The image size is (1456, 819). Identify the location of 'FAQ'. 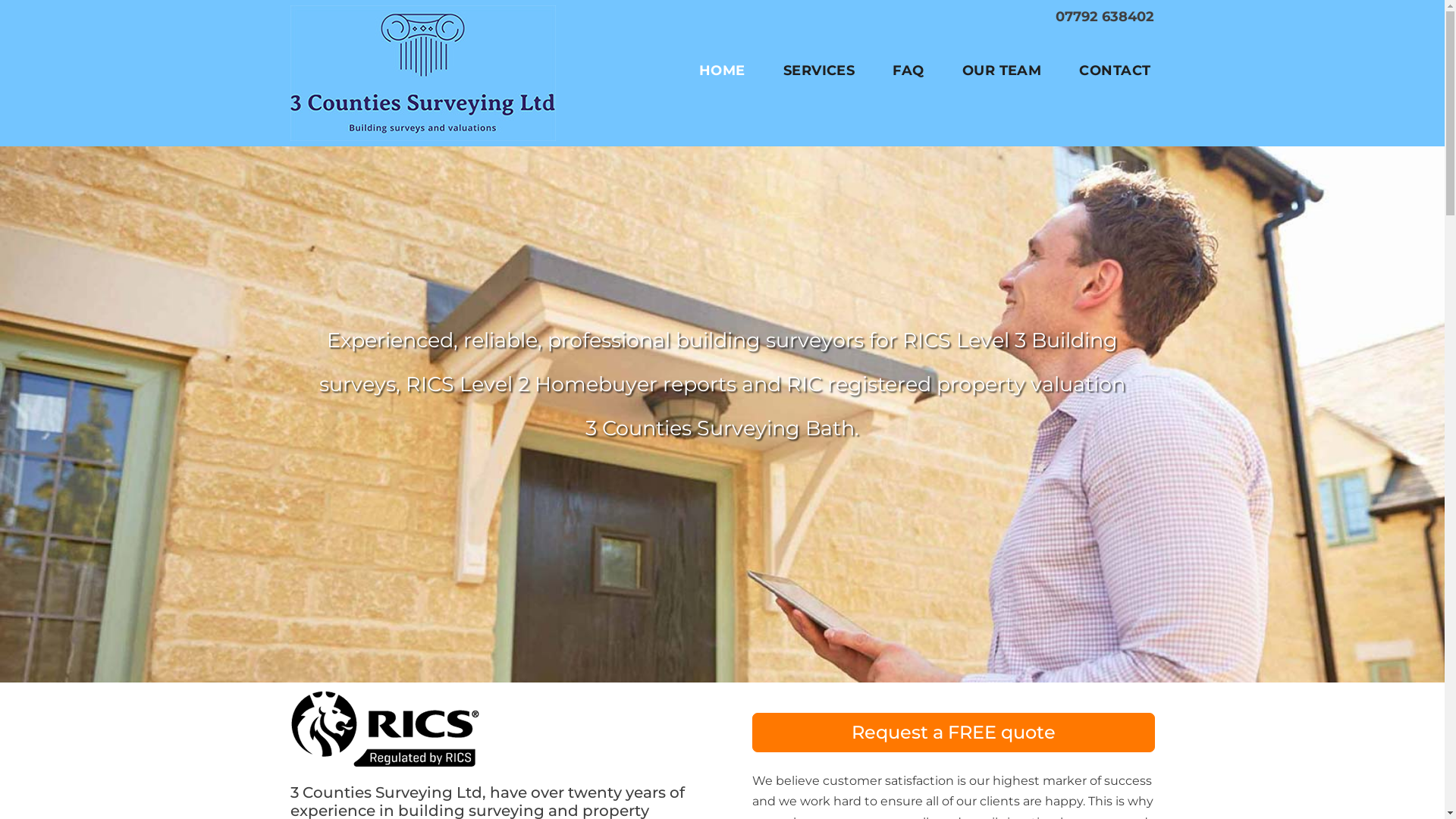
(908, 70).